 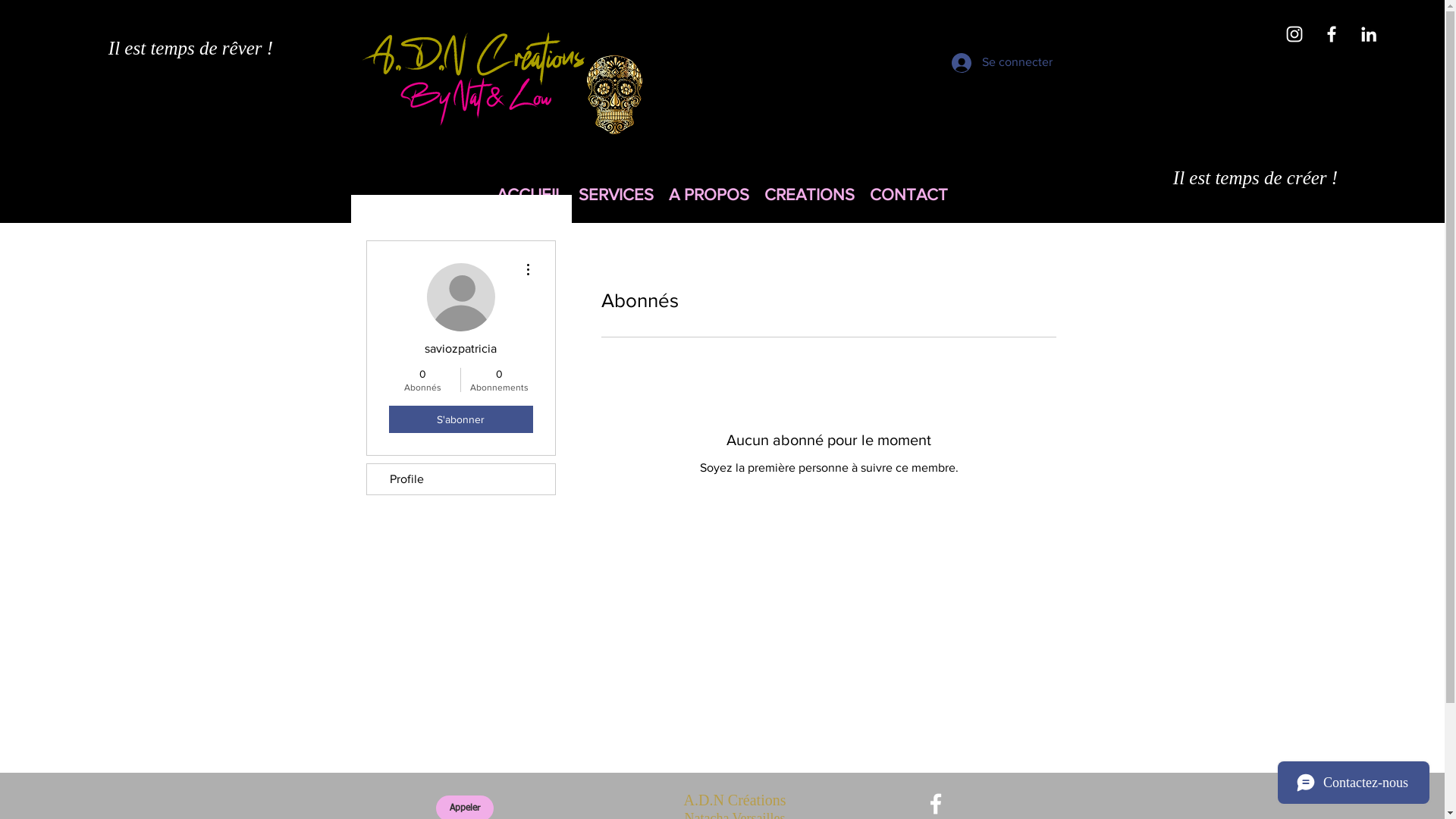 I want to click on 'A PROPOS', so click(x=708, y=193).